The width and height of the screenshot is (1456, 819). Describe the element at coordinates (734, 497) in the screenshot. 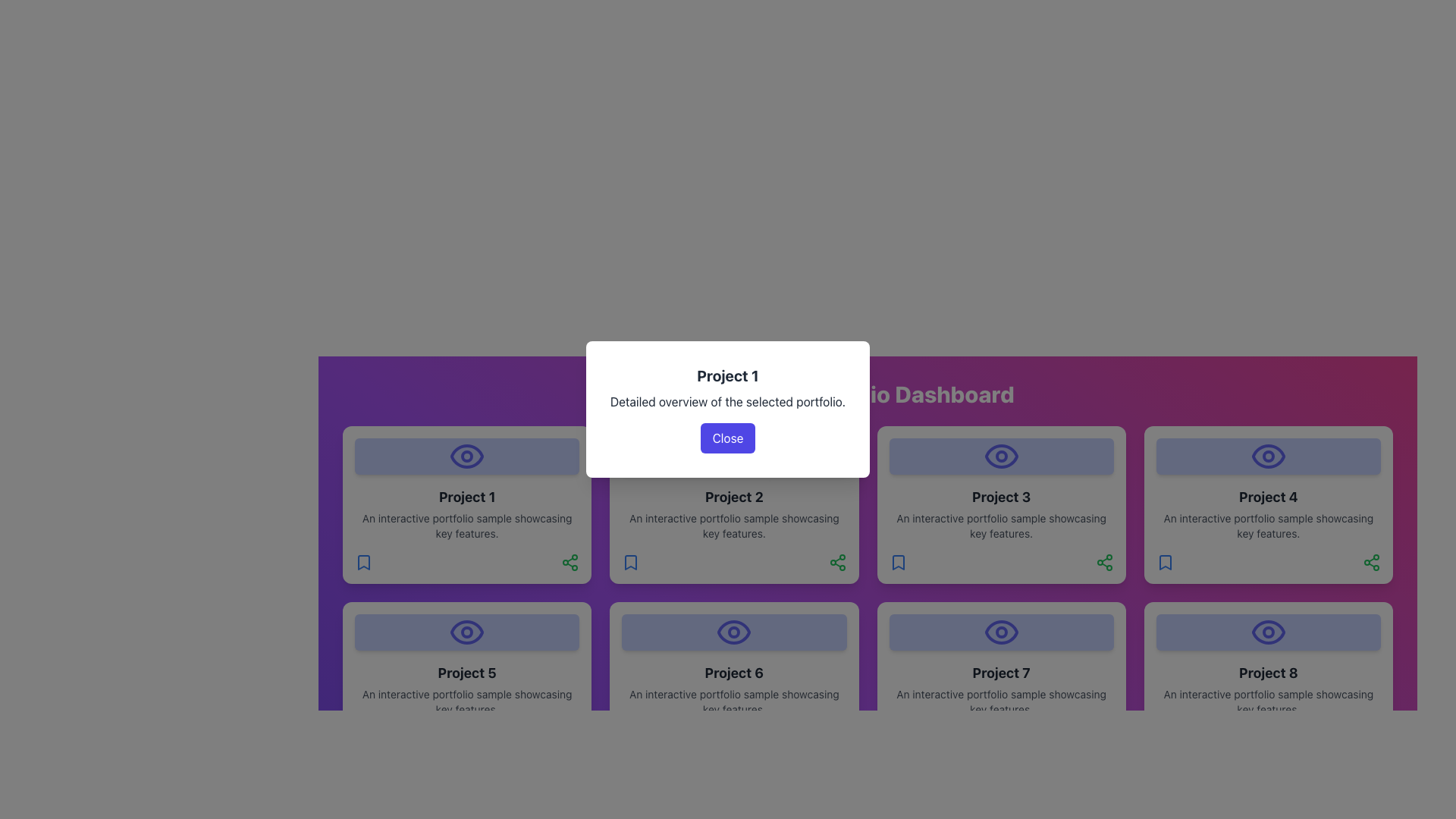

I see `text label that states 'Project 2', which is displayed in bold black text within a card-like structure` at that location.